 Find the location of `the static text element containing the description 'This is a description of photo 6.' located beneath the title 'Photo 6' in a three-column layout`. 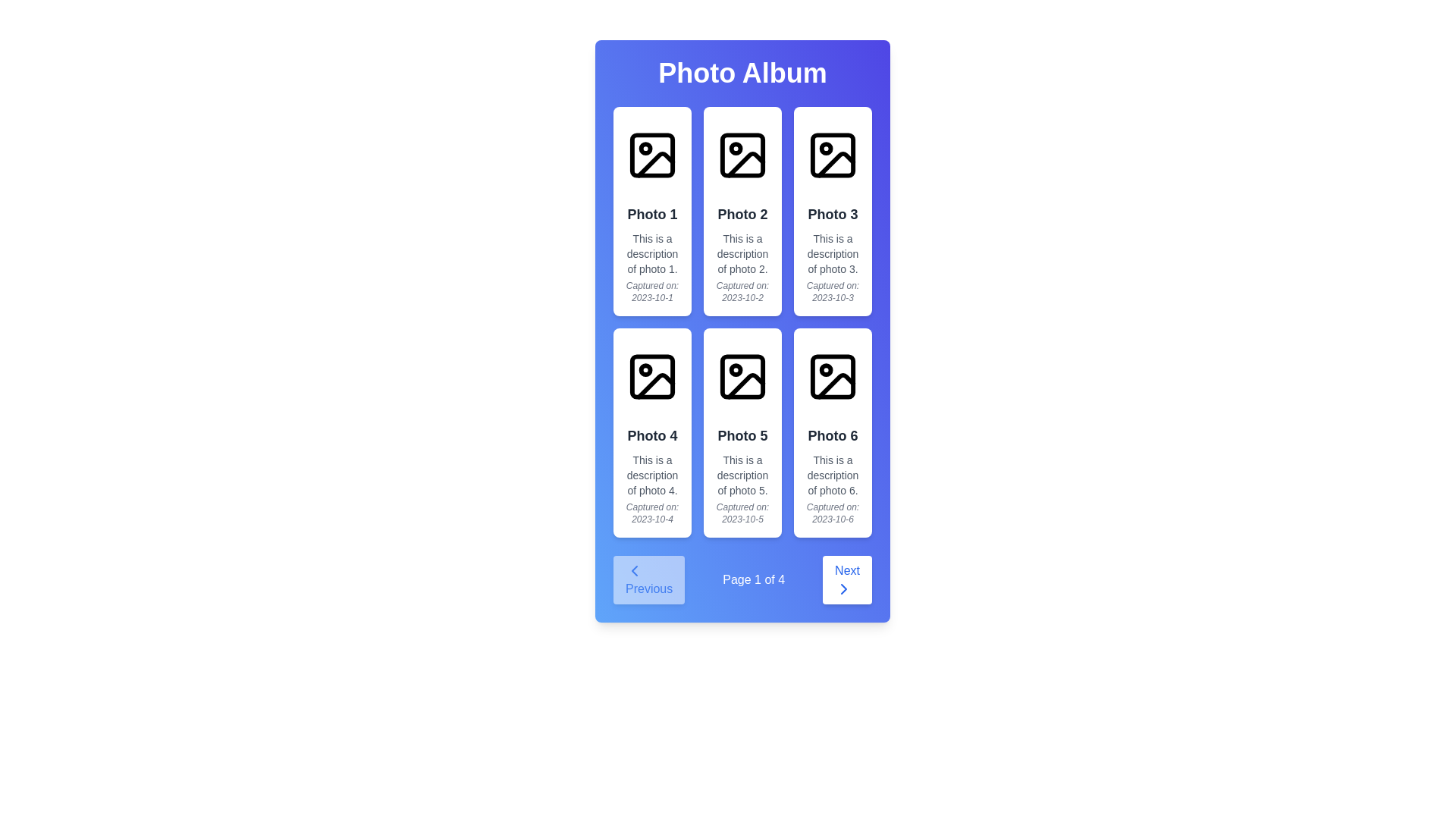

the static text element containing the description 'This is a description of photo 6.' located beneath the title 'Photo 6' in a three-column layout is located at coordinates (832, 475).